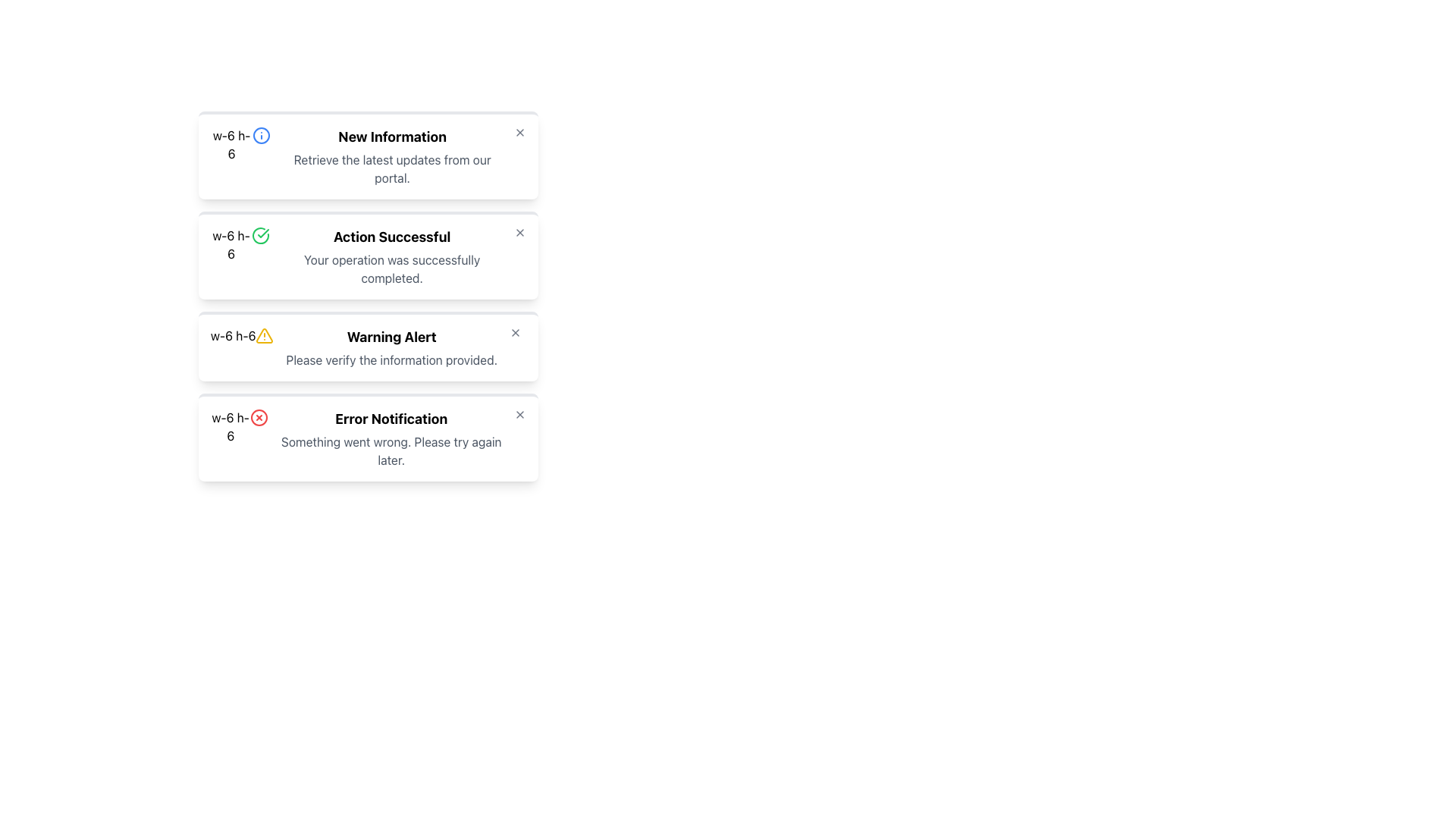 The image size is (1456, 819). Describe the element at coordinates (520, 415) in the screenshot. I see `the light gray dismissal button with an 'X' icon in the 'Error Notification' panel to change its color to darker gray` at that location.